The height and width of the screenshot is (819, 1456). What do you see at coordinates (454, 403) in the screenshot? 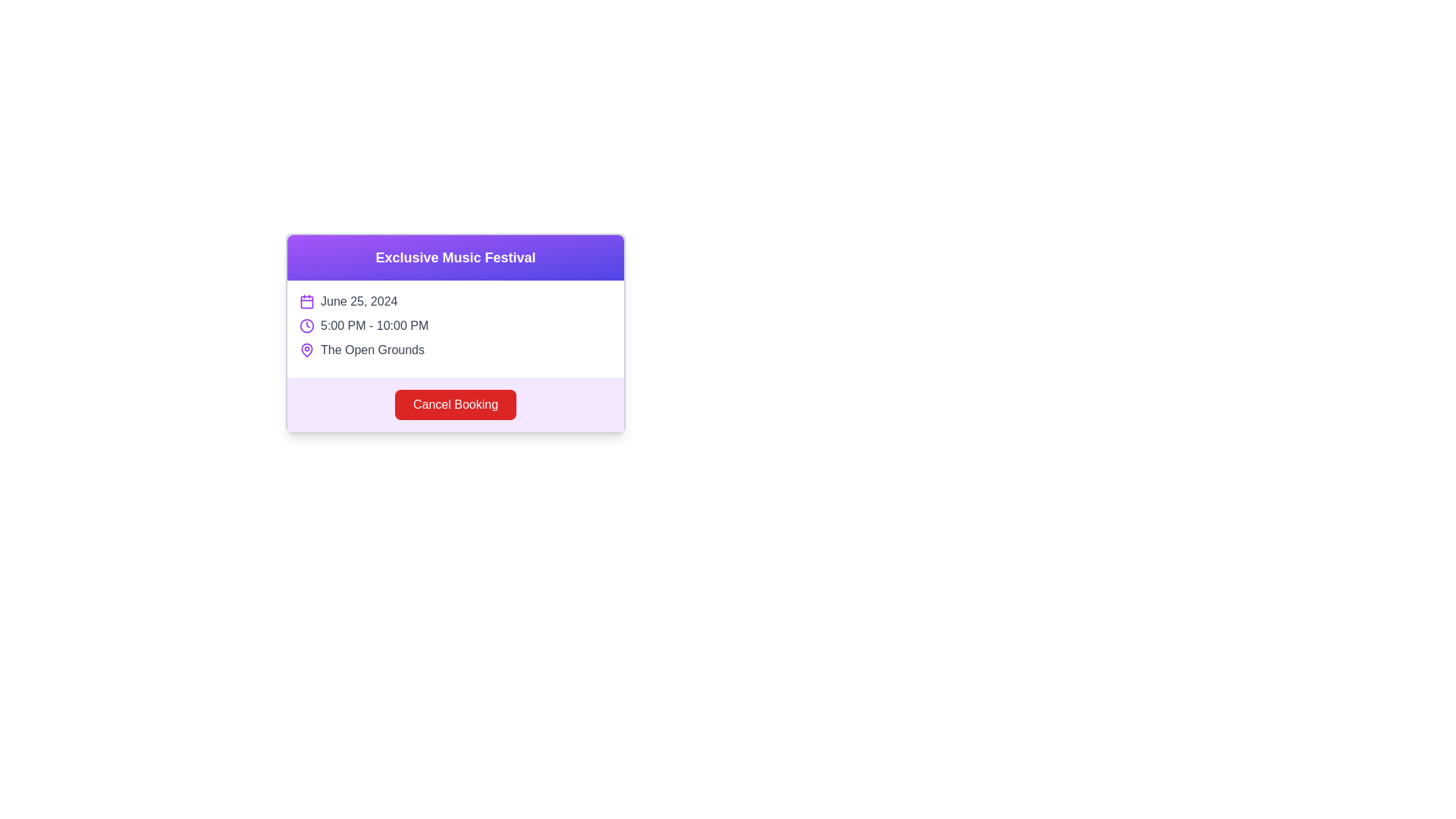
I see `the red 'Cancel Booking' button with rounded corners located at the bottom of the event card to initiate cancellation` at bounding box center [454, 403].